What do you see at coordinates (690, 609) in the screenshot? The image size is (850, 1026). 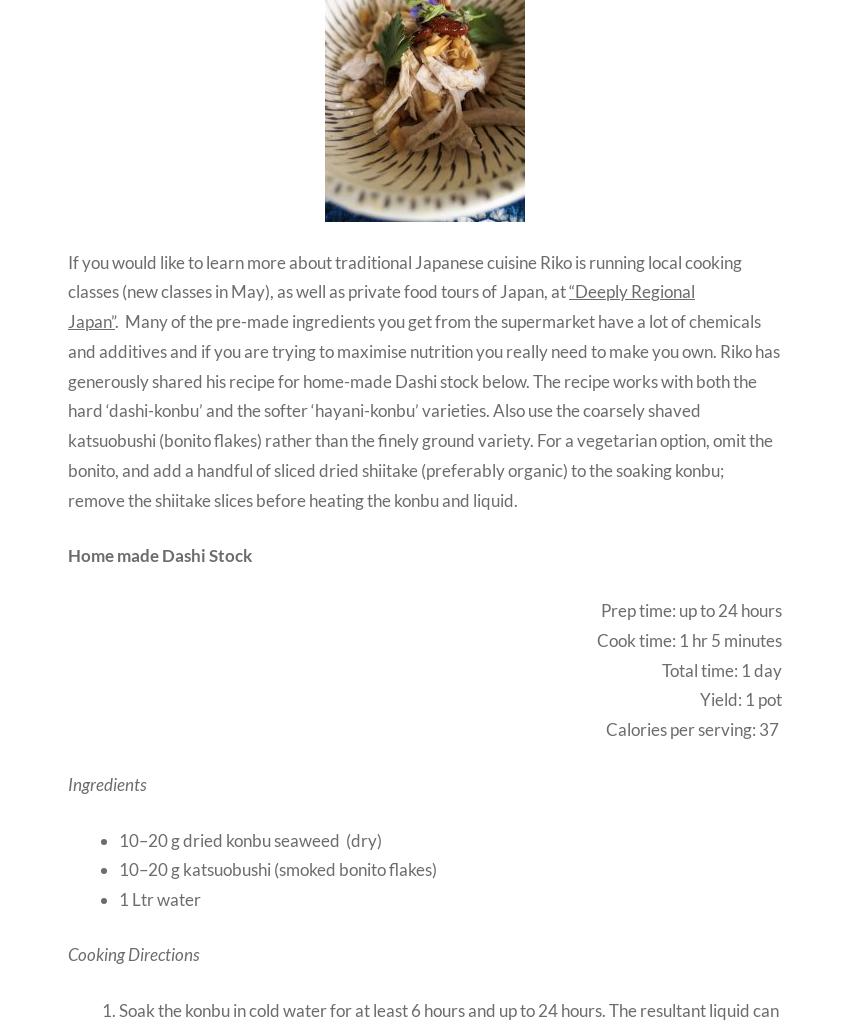 I see `'Prep time: up to 24 hours'` at bounding box center [690, 609].